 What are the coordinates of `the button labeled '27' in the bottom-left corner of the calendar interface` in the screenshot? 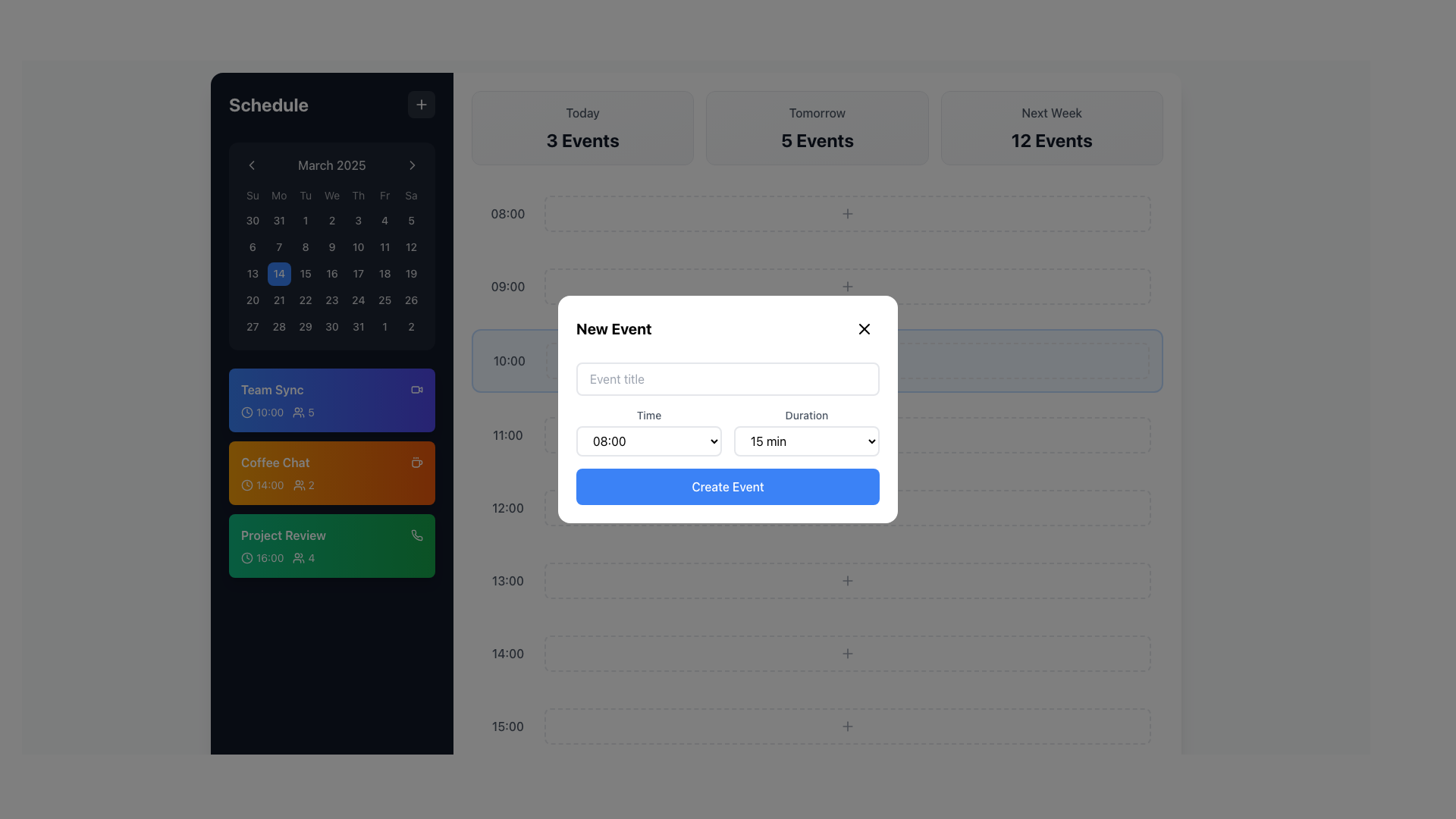 It's located at (253, 325).